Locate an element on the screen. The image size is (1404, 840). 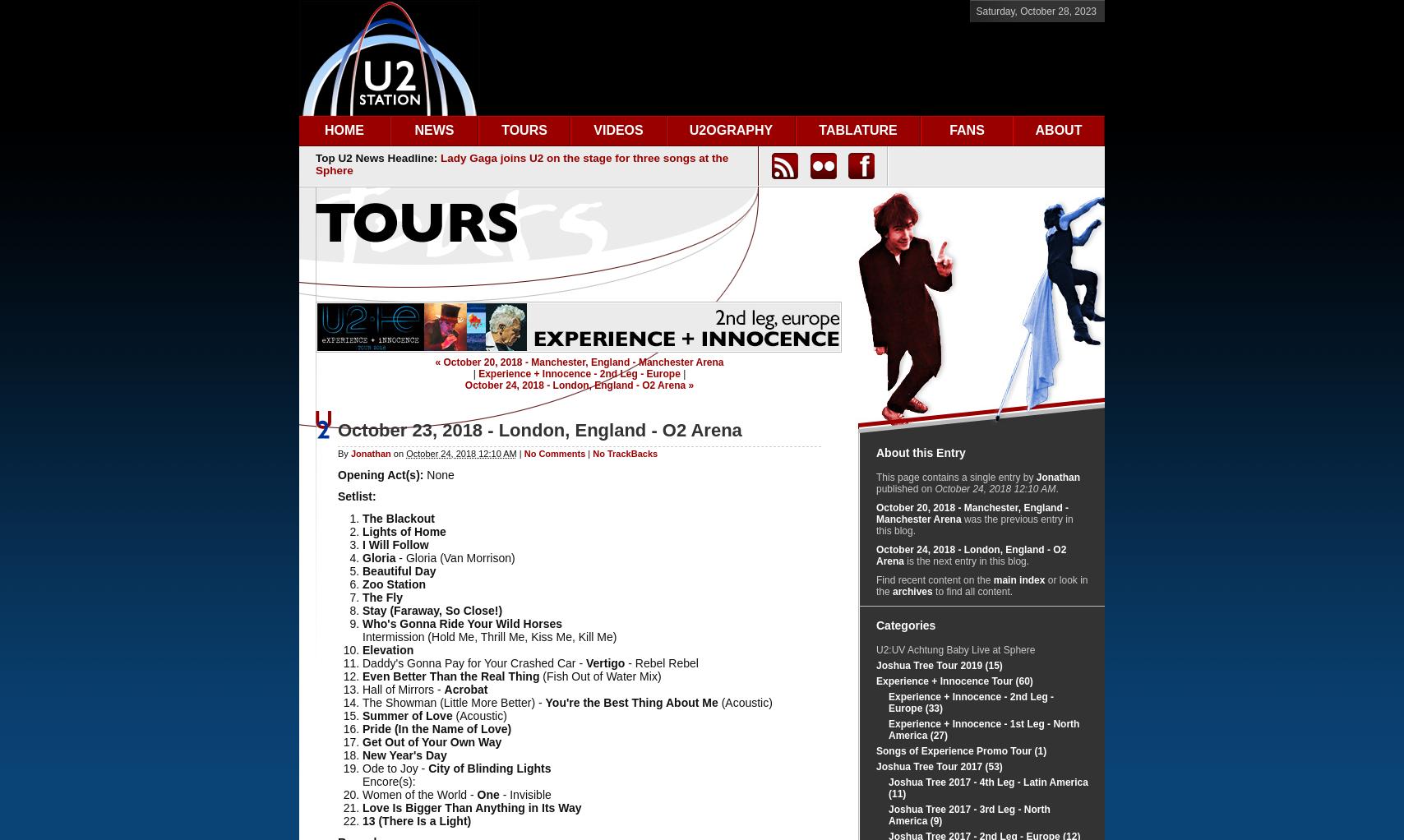
'One' is located at coordinates (487, 792).